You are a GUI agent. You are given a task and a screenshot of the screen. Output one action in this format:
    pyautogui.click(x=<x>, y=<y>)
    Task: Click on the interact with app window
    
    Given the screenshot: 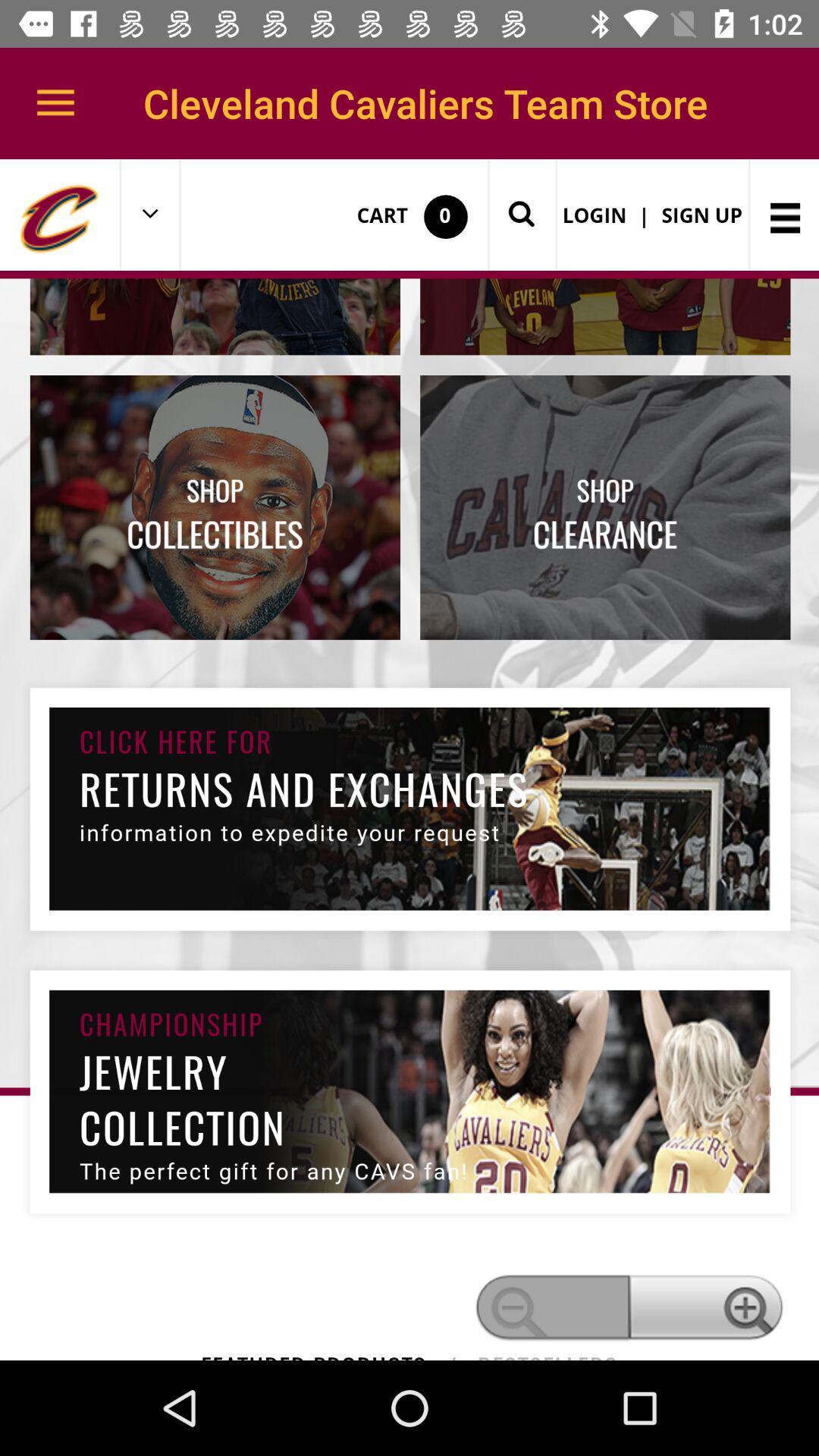 What is the action you would take?
    pyautogui.click(x=409, y=760)
    